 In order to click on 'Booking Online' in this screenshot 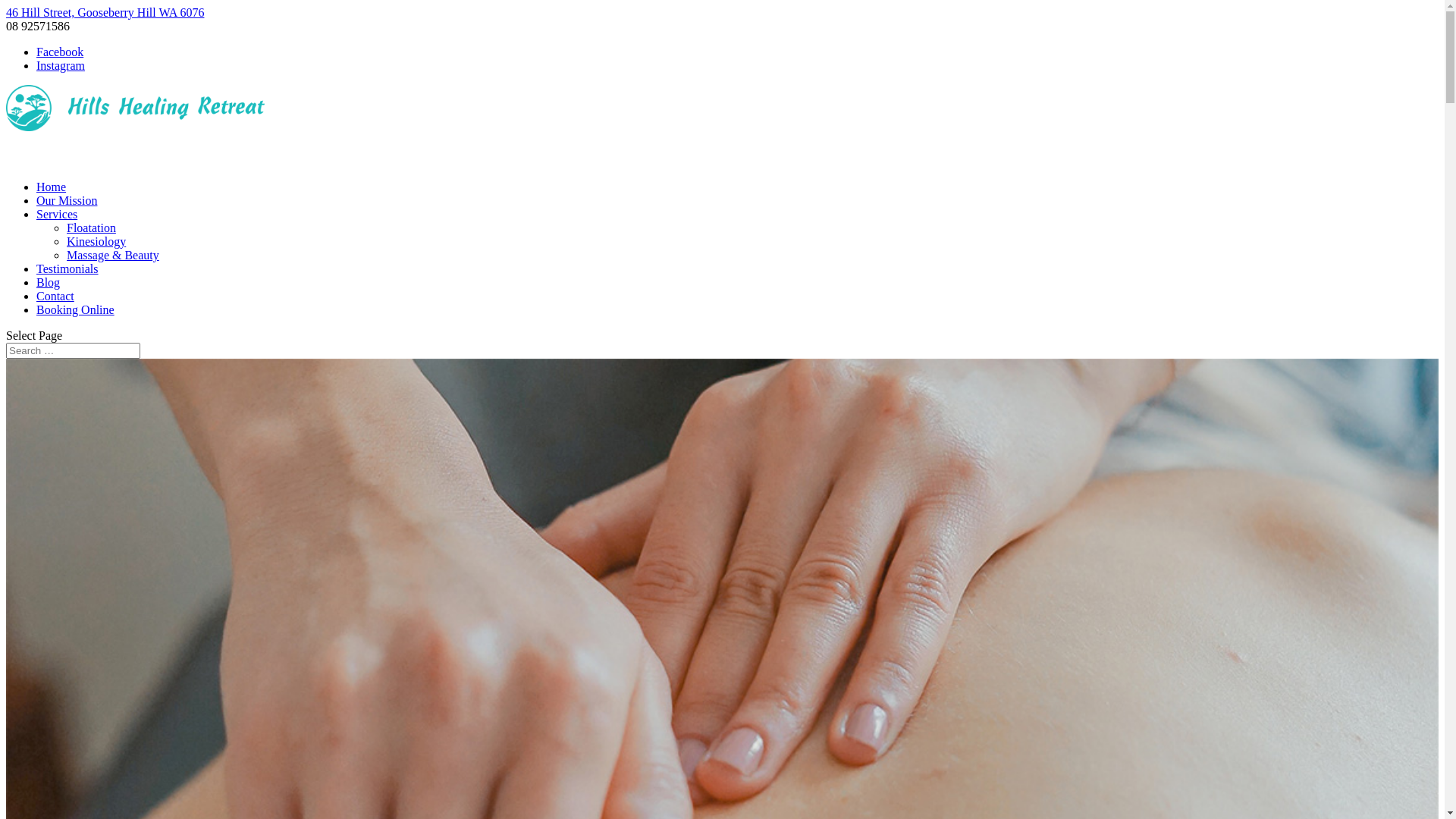, I will do `click(74, 316)`.